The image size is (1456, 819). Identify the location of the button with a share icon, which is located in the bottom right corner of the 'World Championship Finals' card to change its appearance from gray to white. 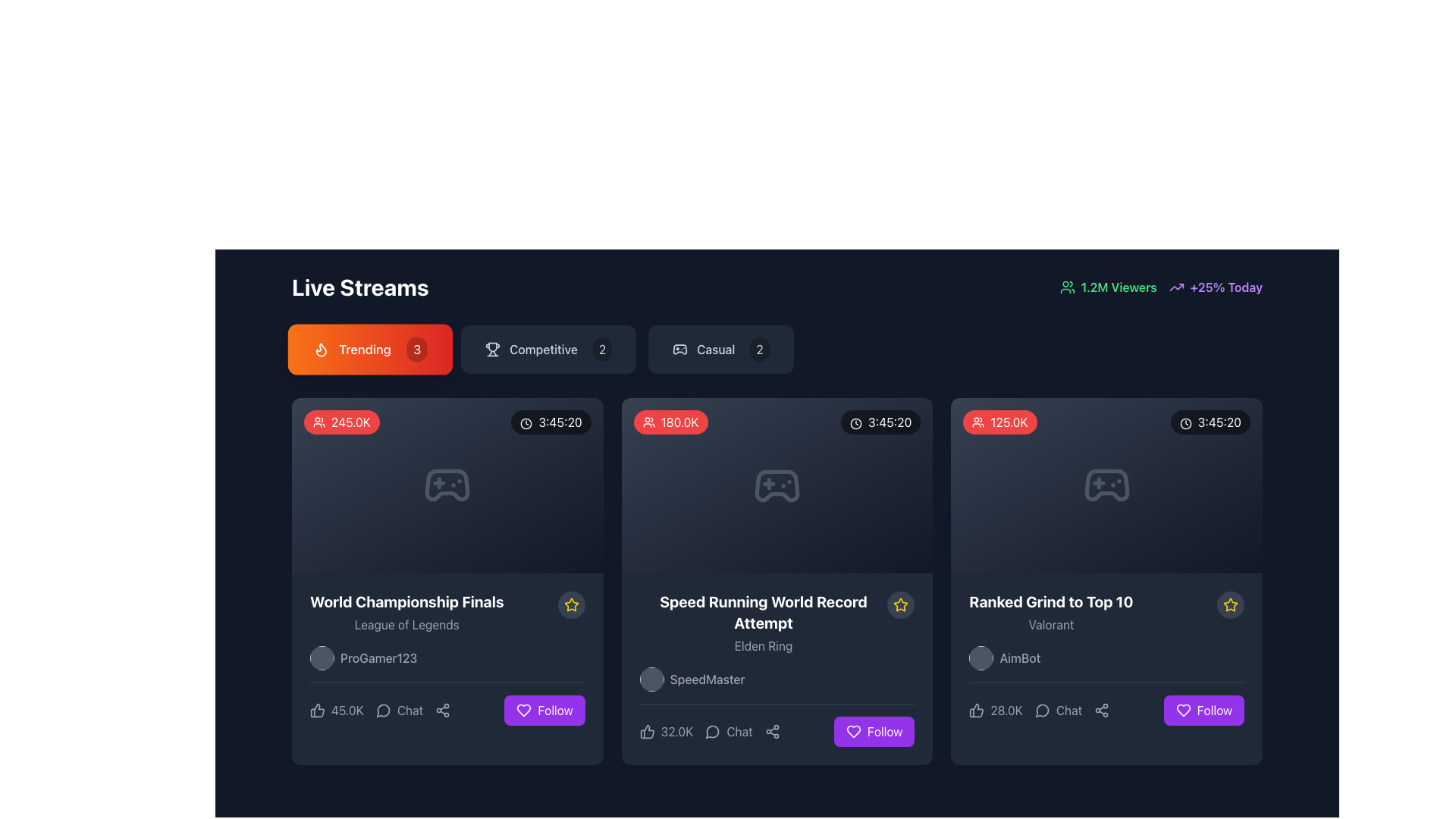
(442, 711).